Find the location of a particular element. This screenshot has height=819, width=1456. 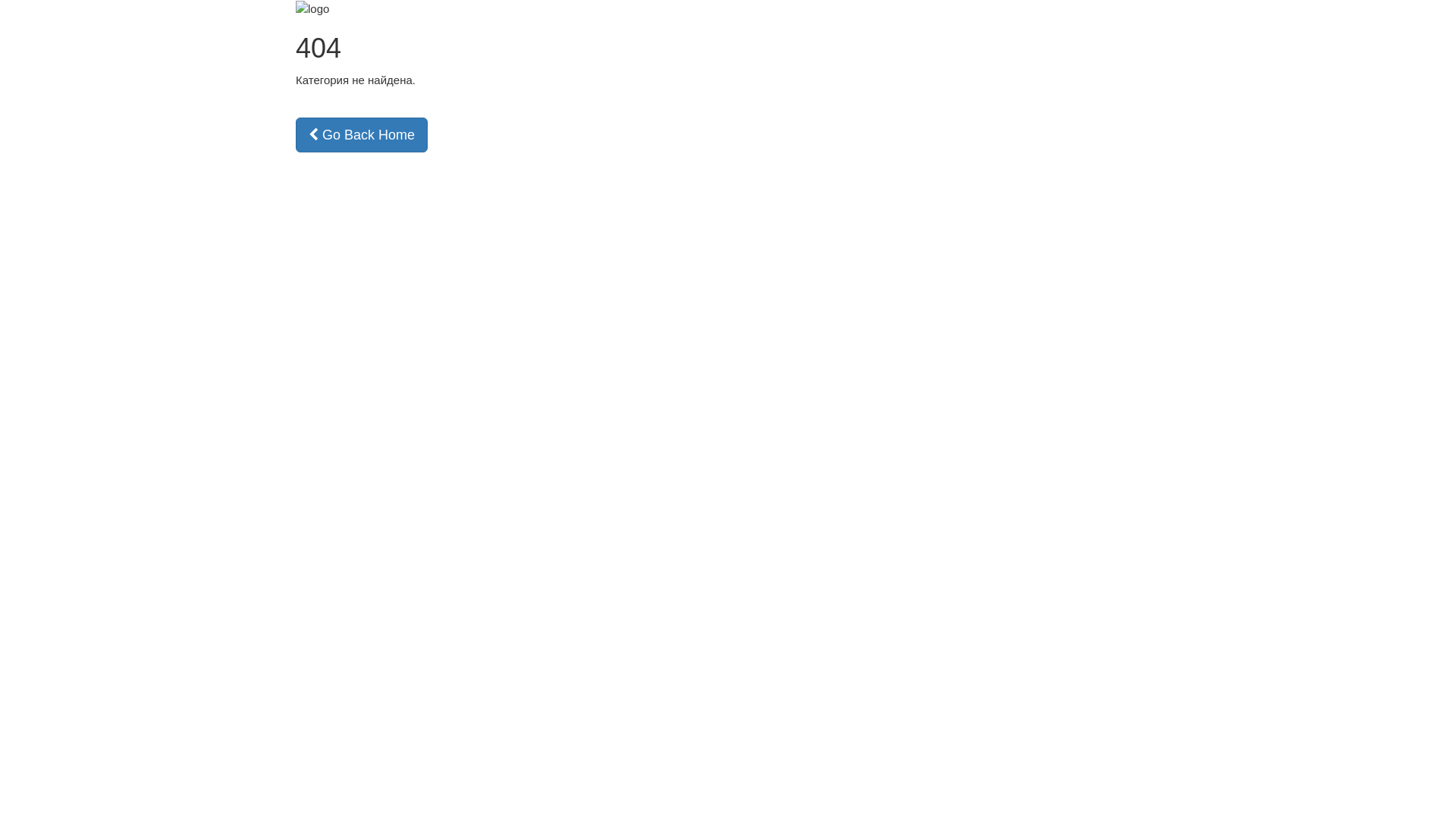

'Go Back Home' is located at coordinates (360, 133).